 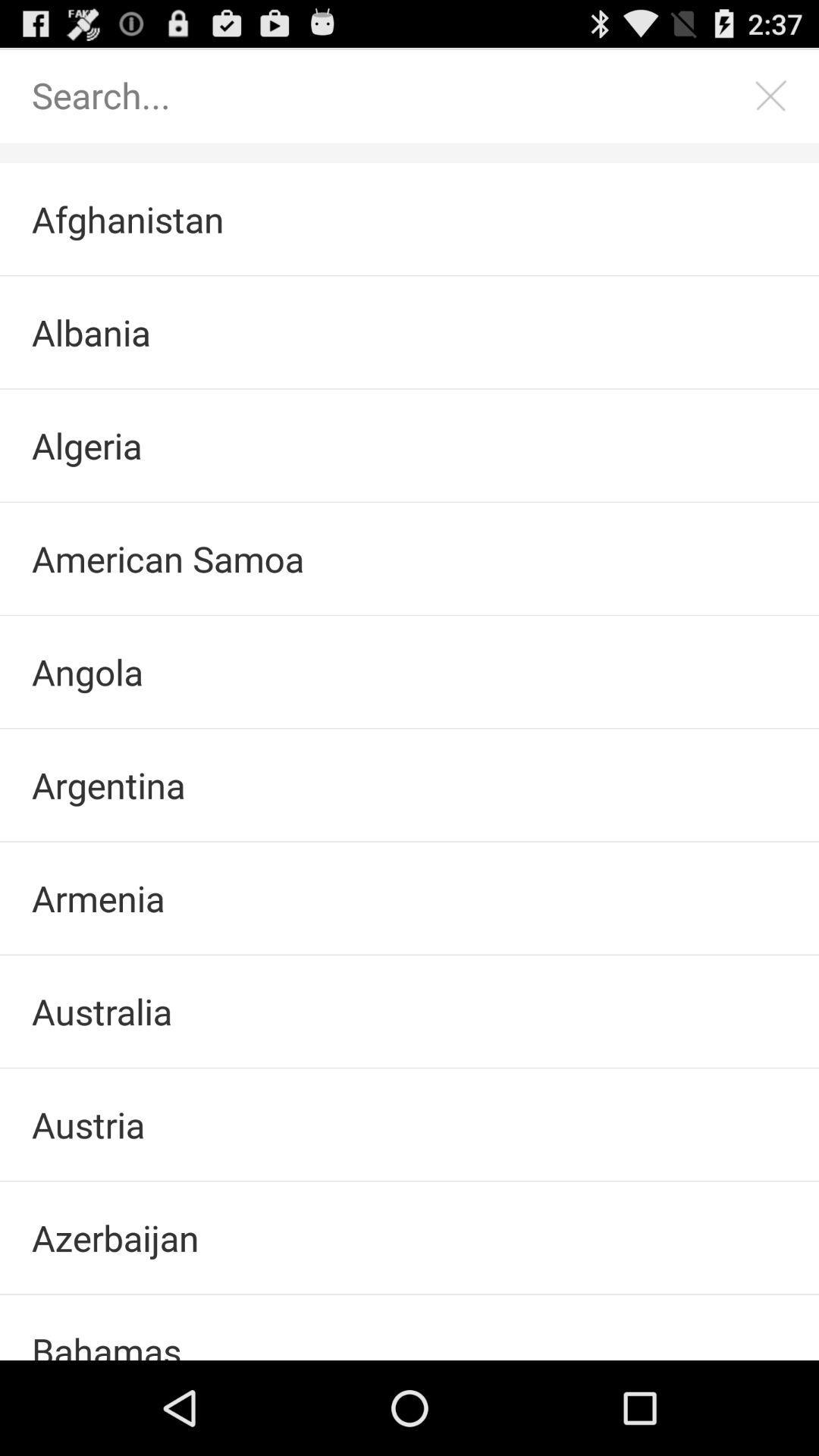 I want to click on albania, so click(x=409, y=331).